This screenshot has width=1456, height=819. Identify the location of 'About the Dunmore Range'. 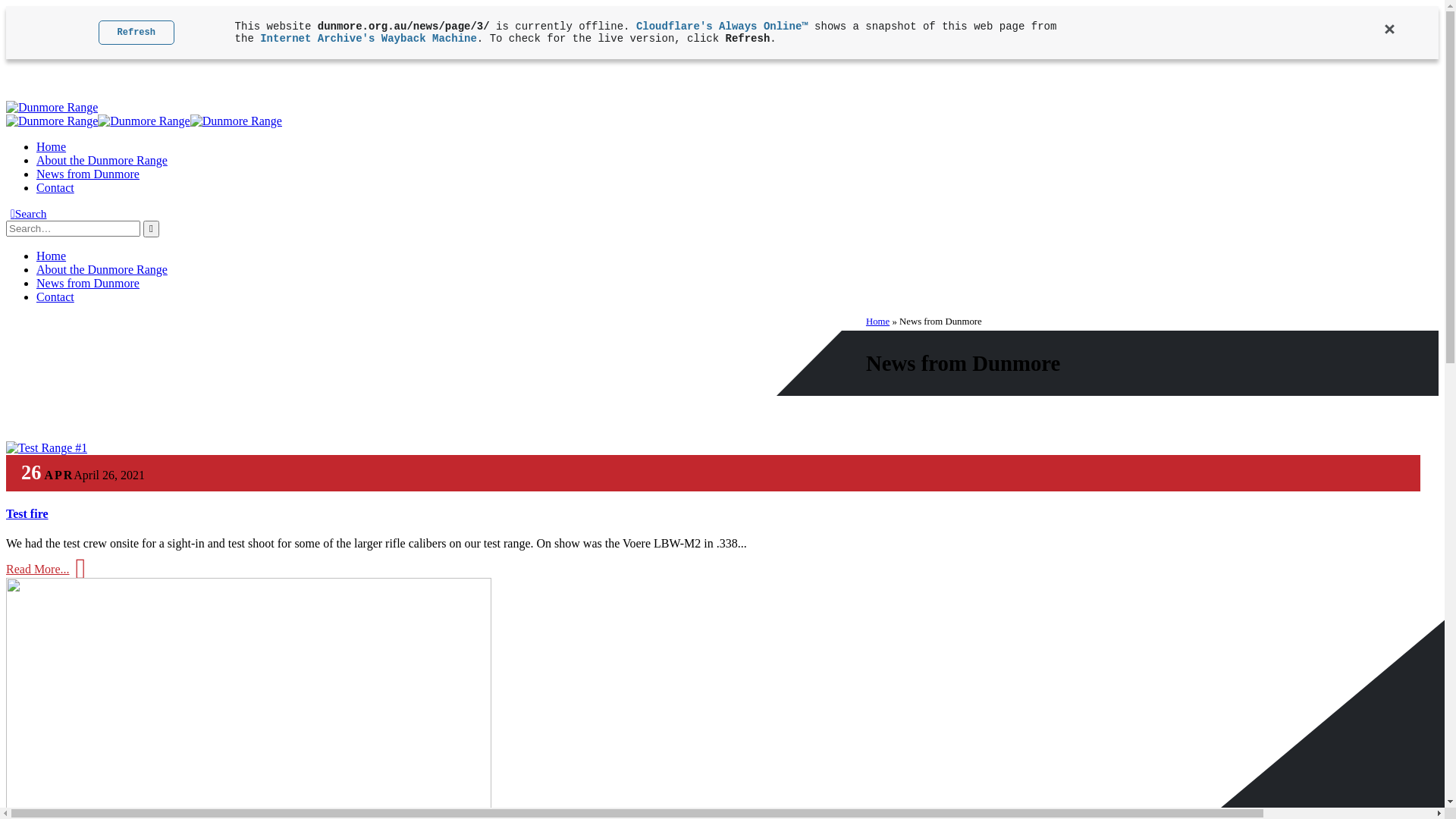
(101, 160).